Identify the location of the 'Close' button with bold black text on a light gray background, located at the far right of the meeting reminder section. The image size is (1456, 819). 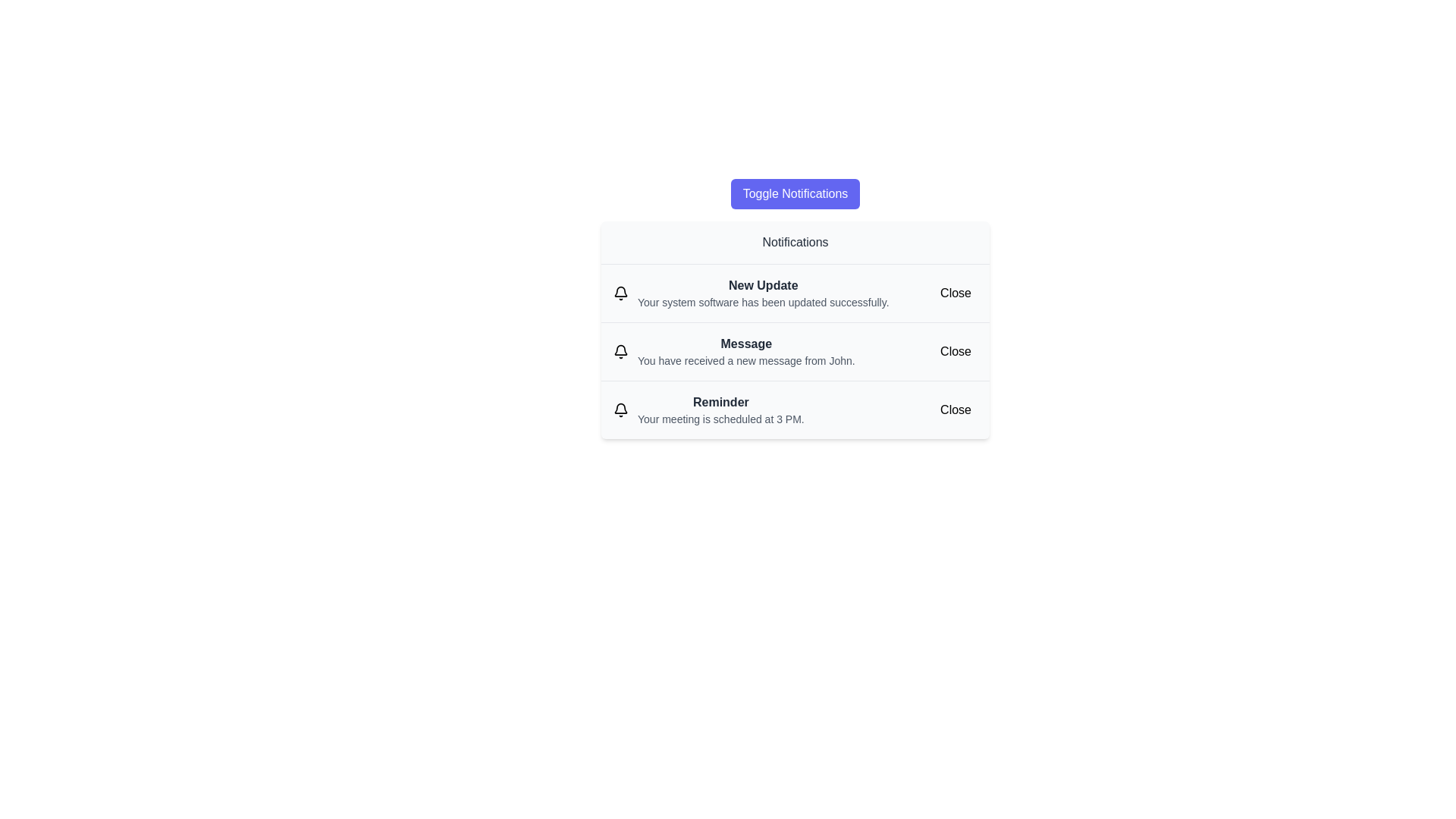
(955, 409).